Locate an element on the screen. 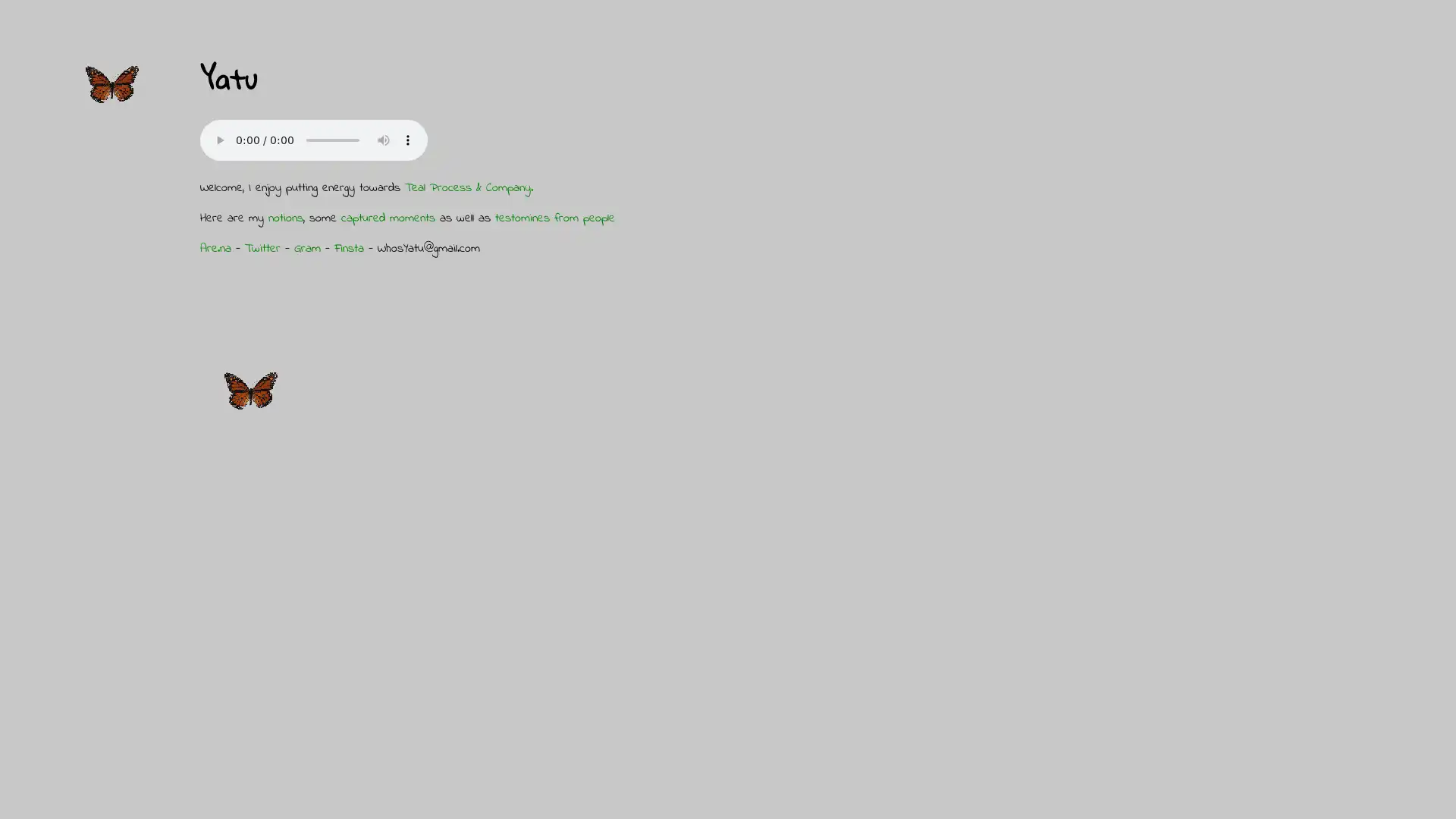 The height and width of the screenshot is (819, 1456). play is located at coordinates (218, 140).